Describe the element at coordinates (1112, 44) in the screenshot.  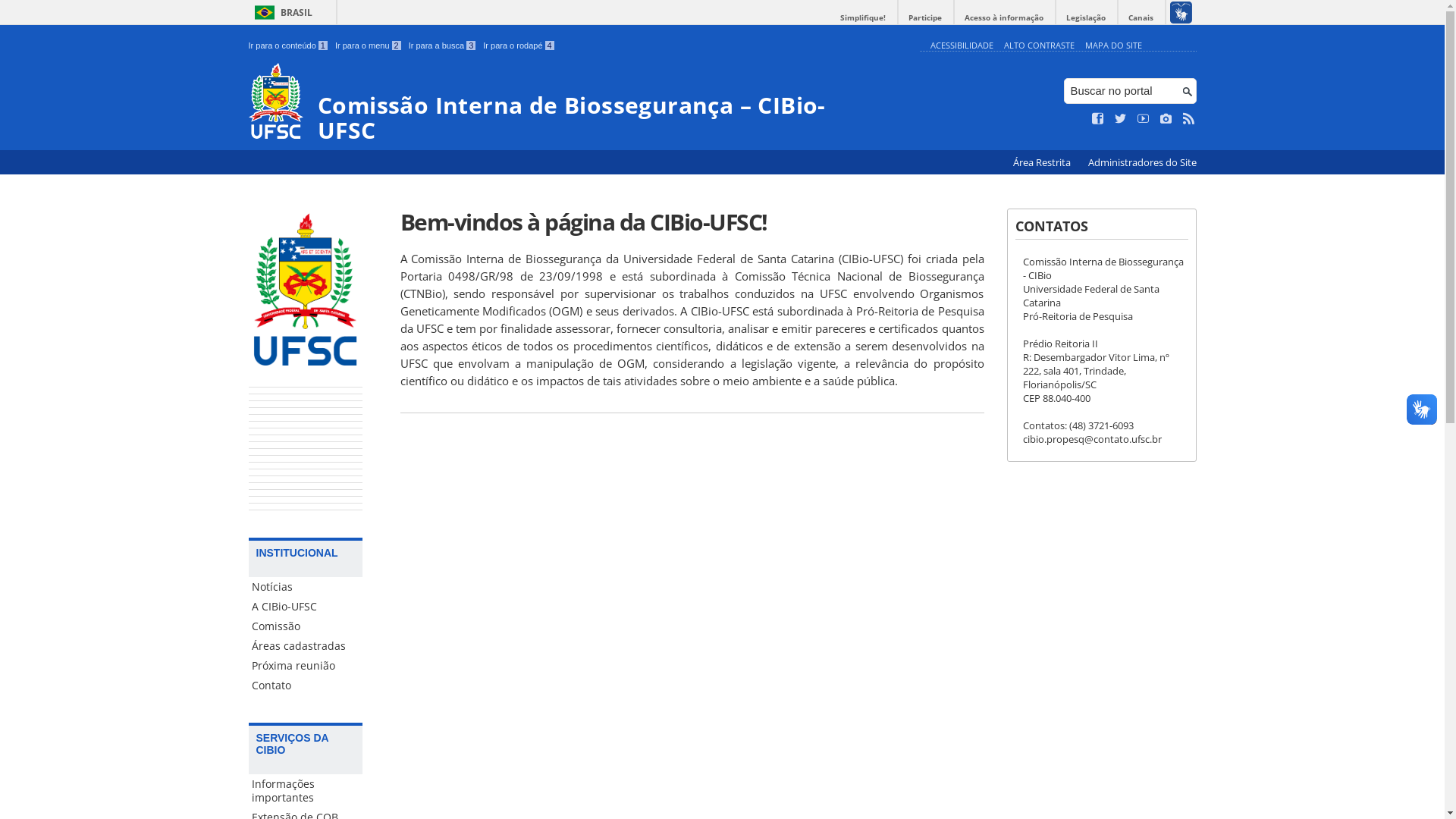
I see `'MAPA DO SITE'` at that location.